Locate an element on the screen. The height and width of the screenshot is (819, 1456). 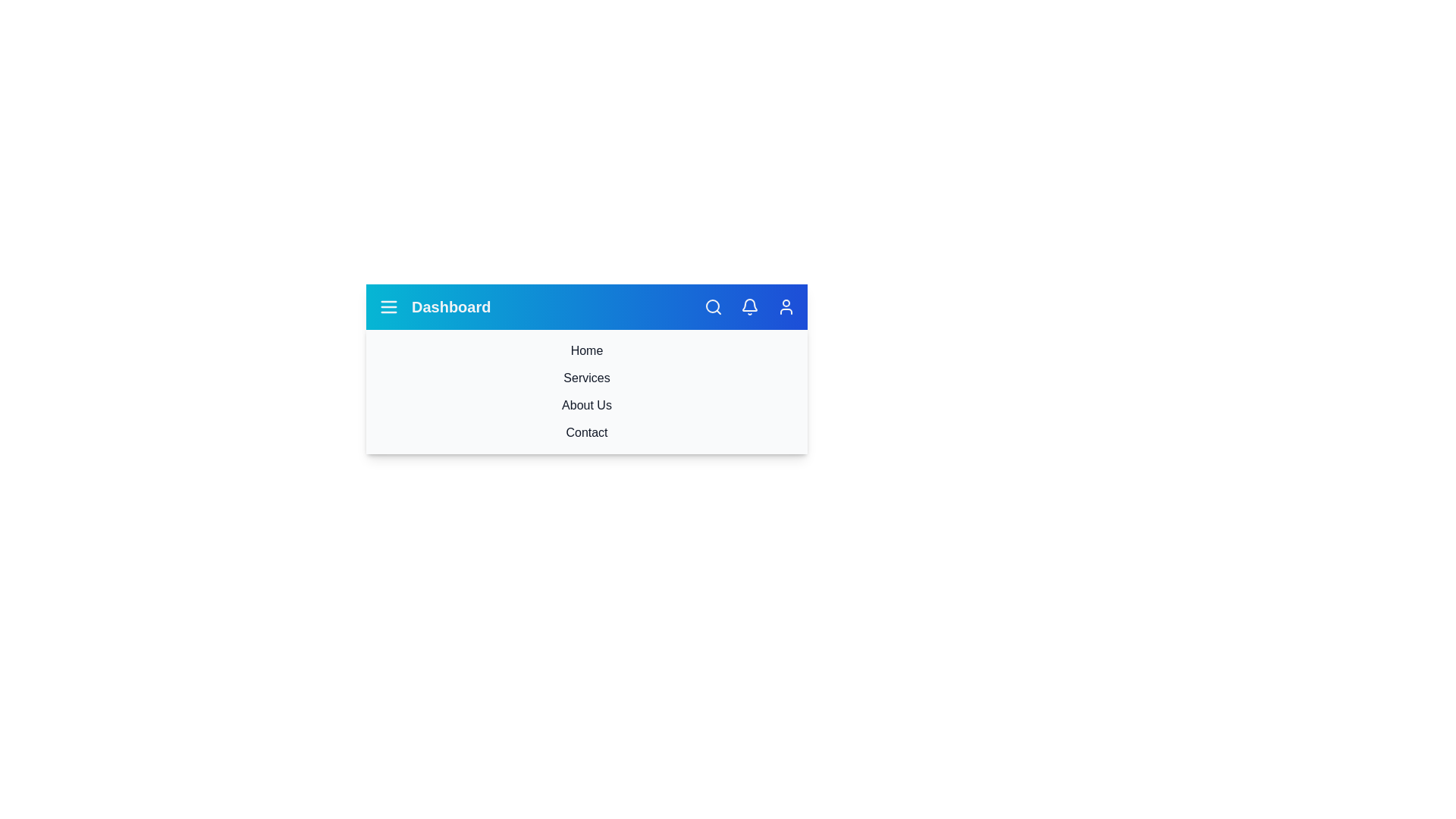
the menu button to toggle the navigation drawer is located at coordinates (389, 307).